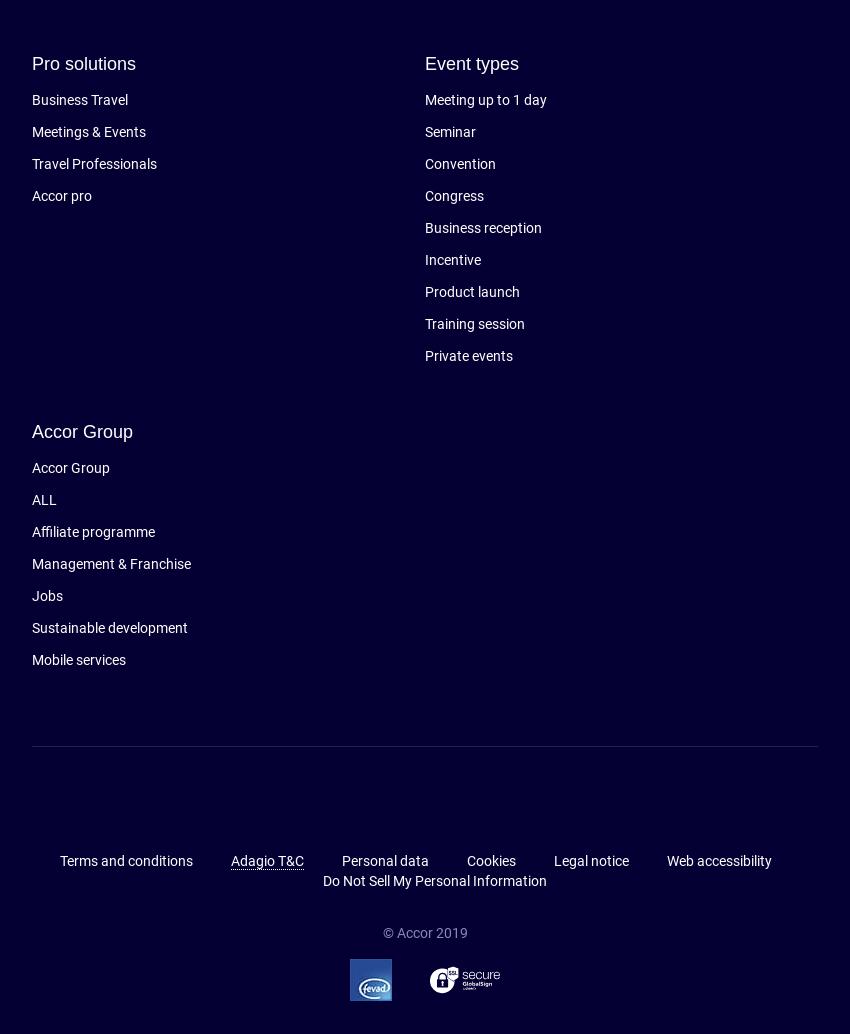 This screenshot has width=850, height=1034. What do you see at coordinates (483, 227) in the screenshot?
I see `'Business reception'` at bounding box center [483, 227].